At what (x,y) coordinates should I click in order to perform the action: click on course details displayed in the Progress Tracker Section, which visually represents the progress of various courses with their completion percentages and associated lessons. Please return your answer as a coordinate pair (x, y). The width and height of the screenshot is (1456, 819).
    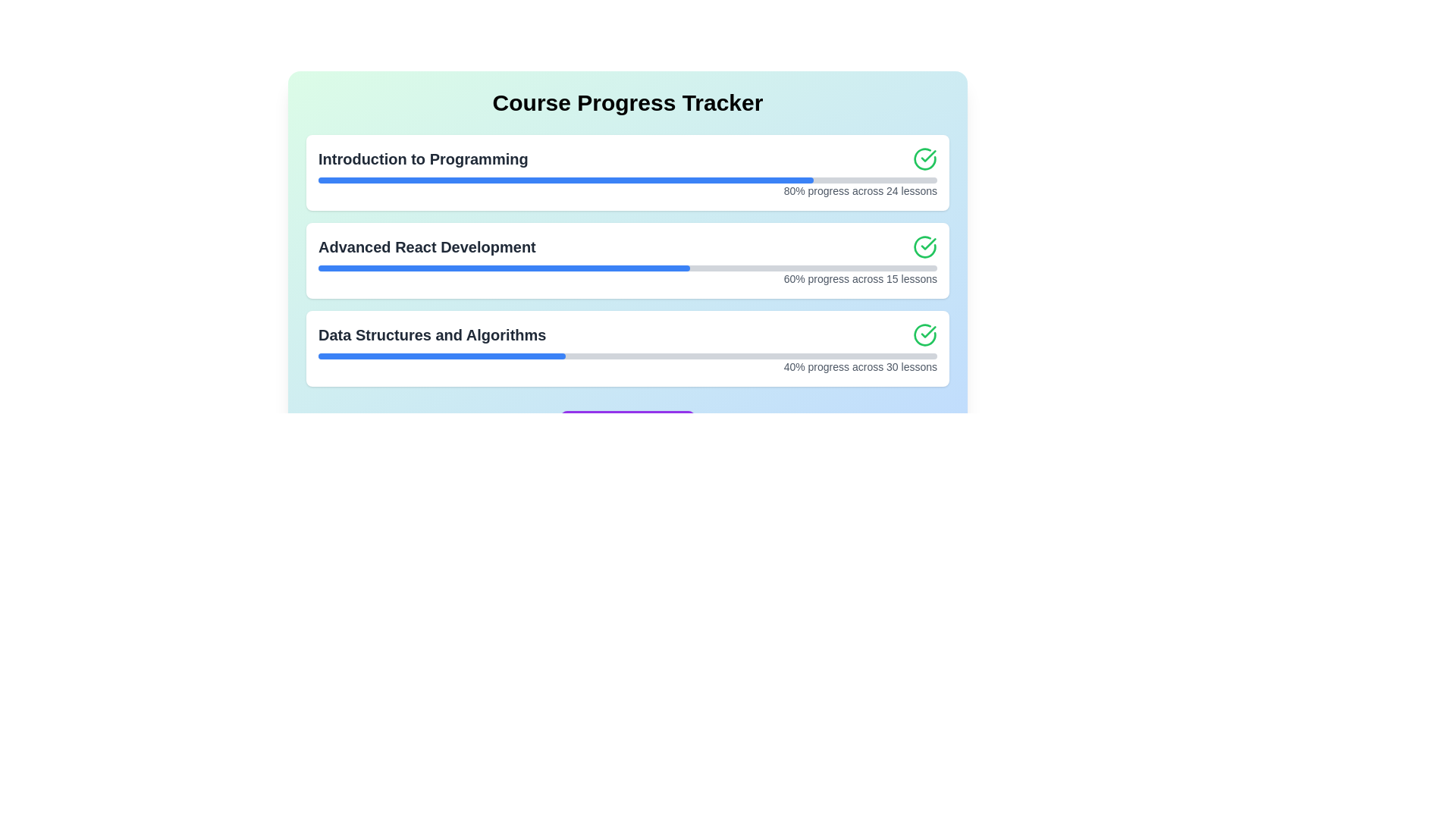
    Looking at the image, I should click on (628, 259).